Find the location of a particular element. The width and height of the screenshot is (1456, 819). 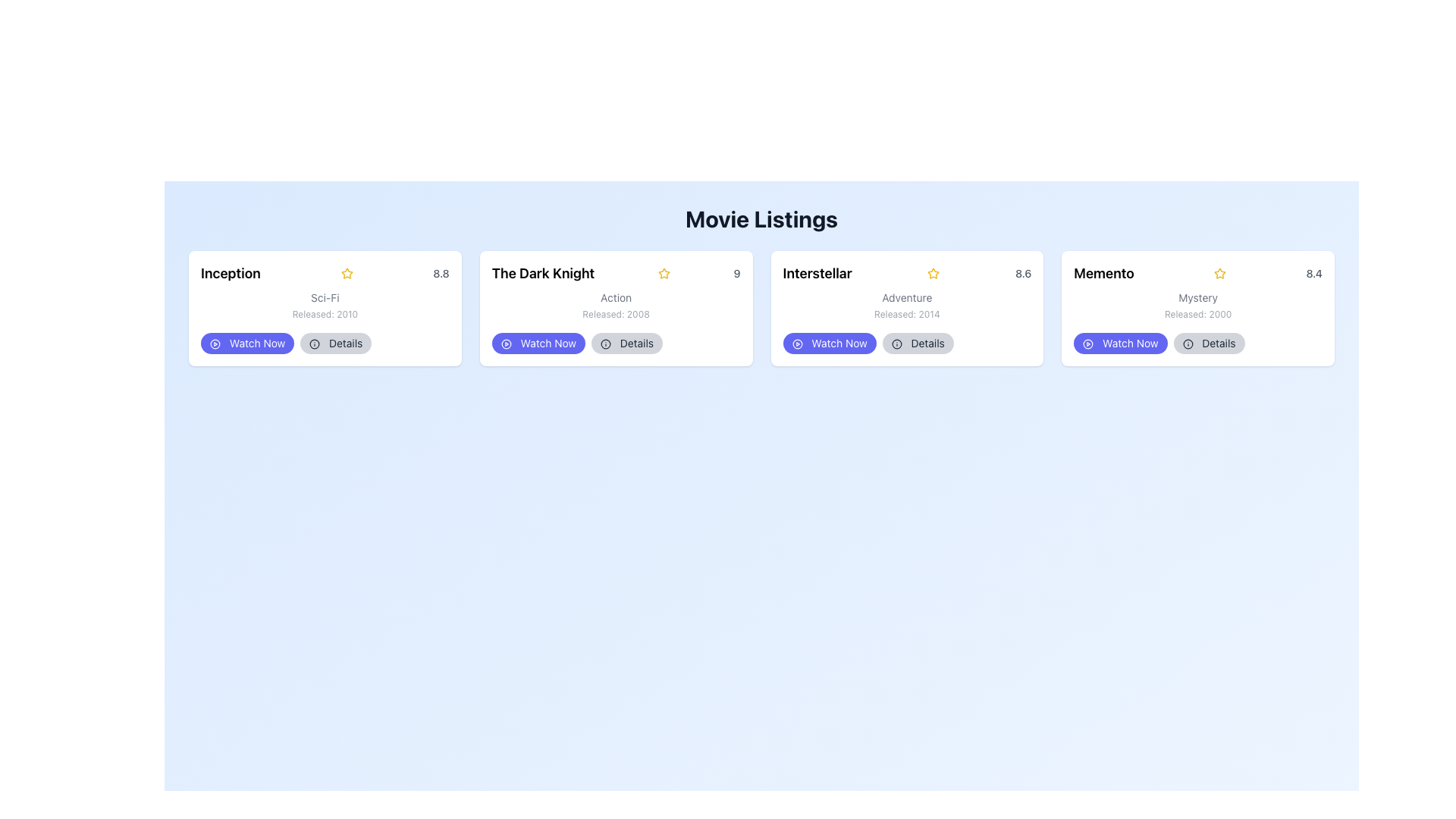

the text label displaying 'Mystery' located below the title and rating elements of the fourth card in the 'Memento' group is located at coordinates (1197, 298).